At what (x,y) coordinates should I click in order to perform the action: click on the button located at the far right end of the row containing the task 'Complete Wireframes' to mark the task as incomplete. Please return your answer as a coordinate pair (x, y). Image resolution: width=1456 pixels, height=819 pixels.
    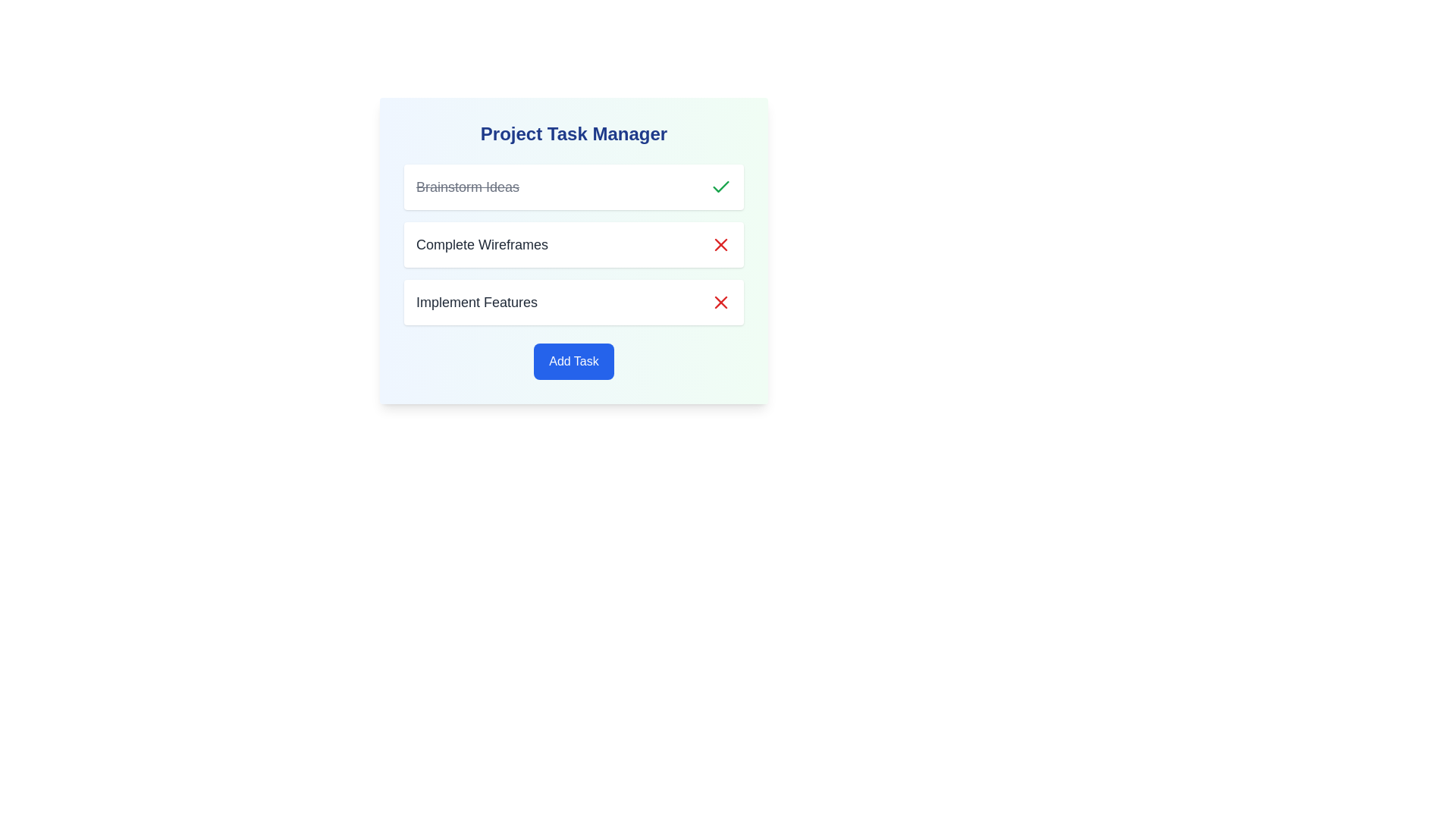
    Looking at the image, I should click on (720, 244).